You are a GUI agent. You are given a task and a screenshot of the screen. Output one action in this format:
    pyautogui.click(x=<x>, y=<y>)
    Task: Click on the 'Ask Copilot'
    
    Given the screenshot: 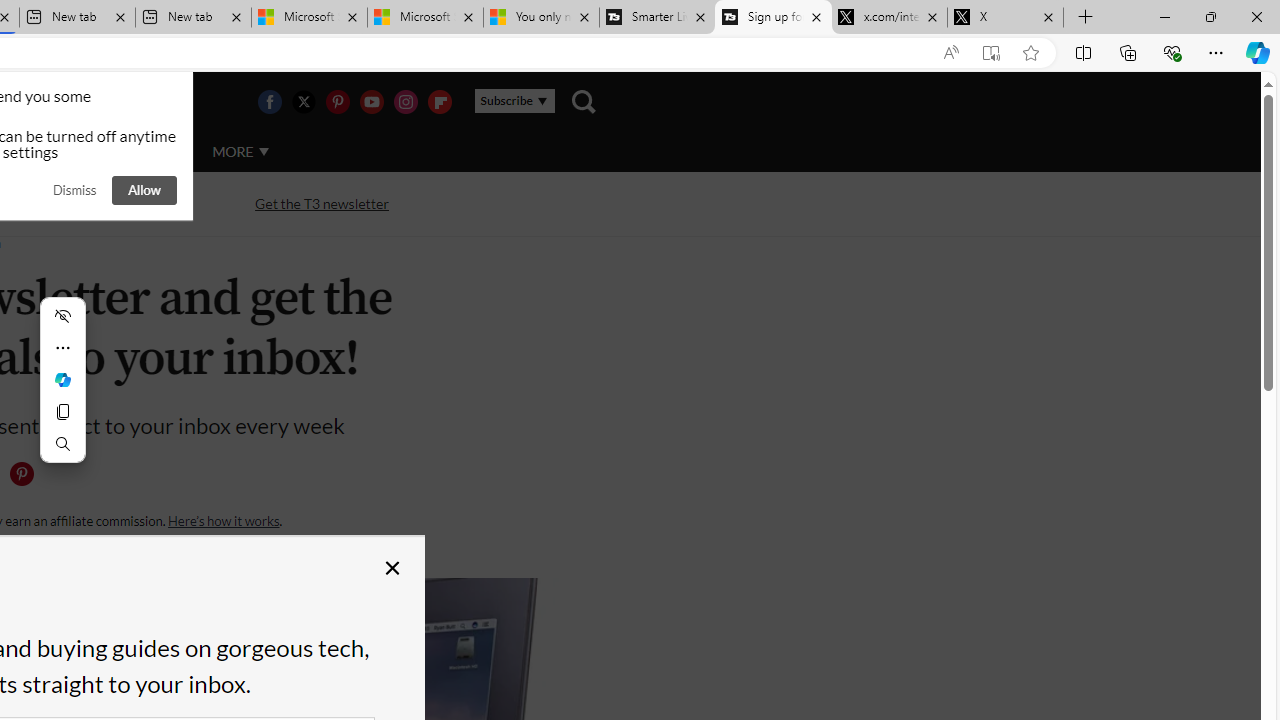 What is the action you would take?
    pyautogui.click(x=62, y=380)
    